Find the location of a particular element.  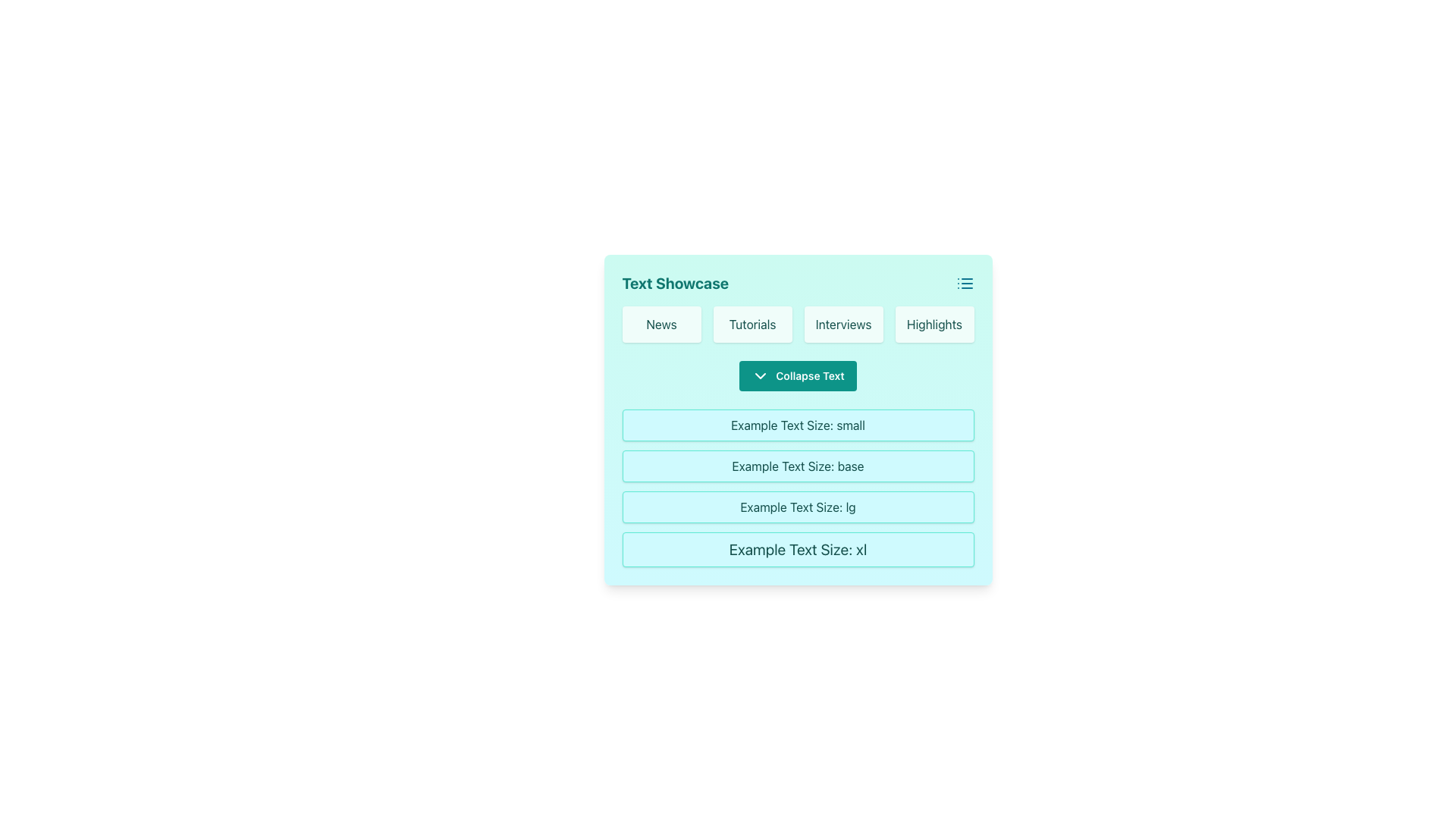

the 'base' button located under the 'Example Text Size: small' button and above the 'Example Text Size: lg' button in the 'Text Showcase' section is located at coordinates (797, 465).